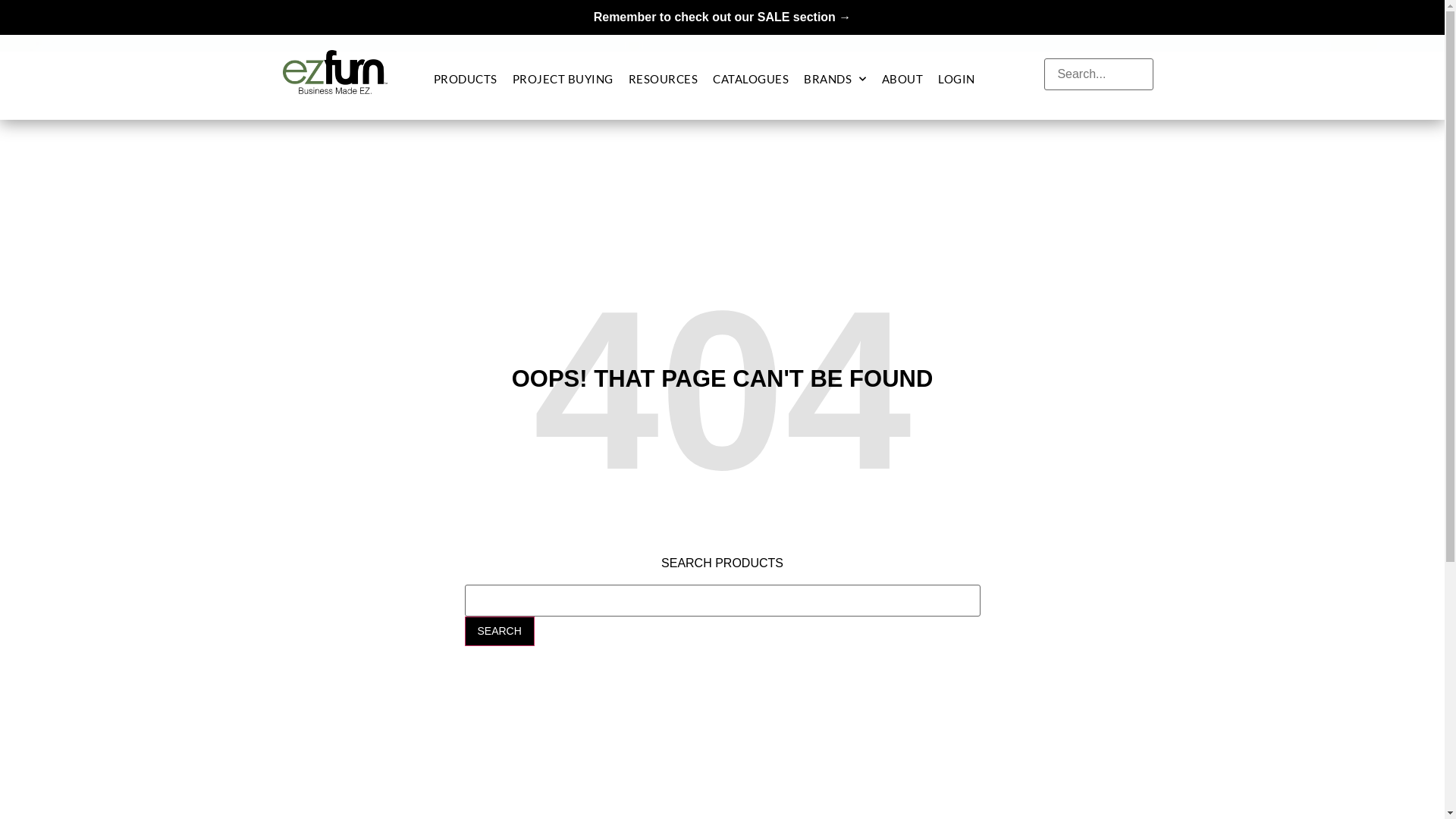  Describe the element at coordinates (937, 79) in the screenshot. I see `'LOGIN'` at that location.